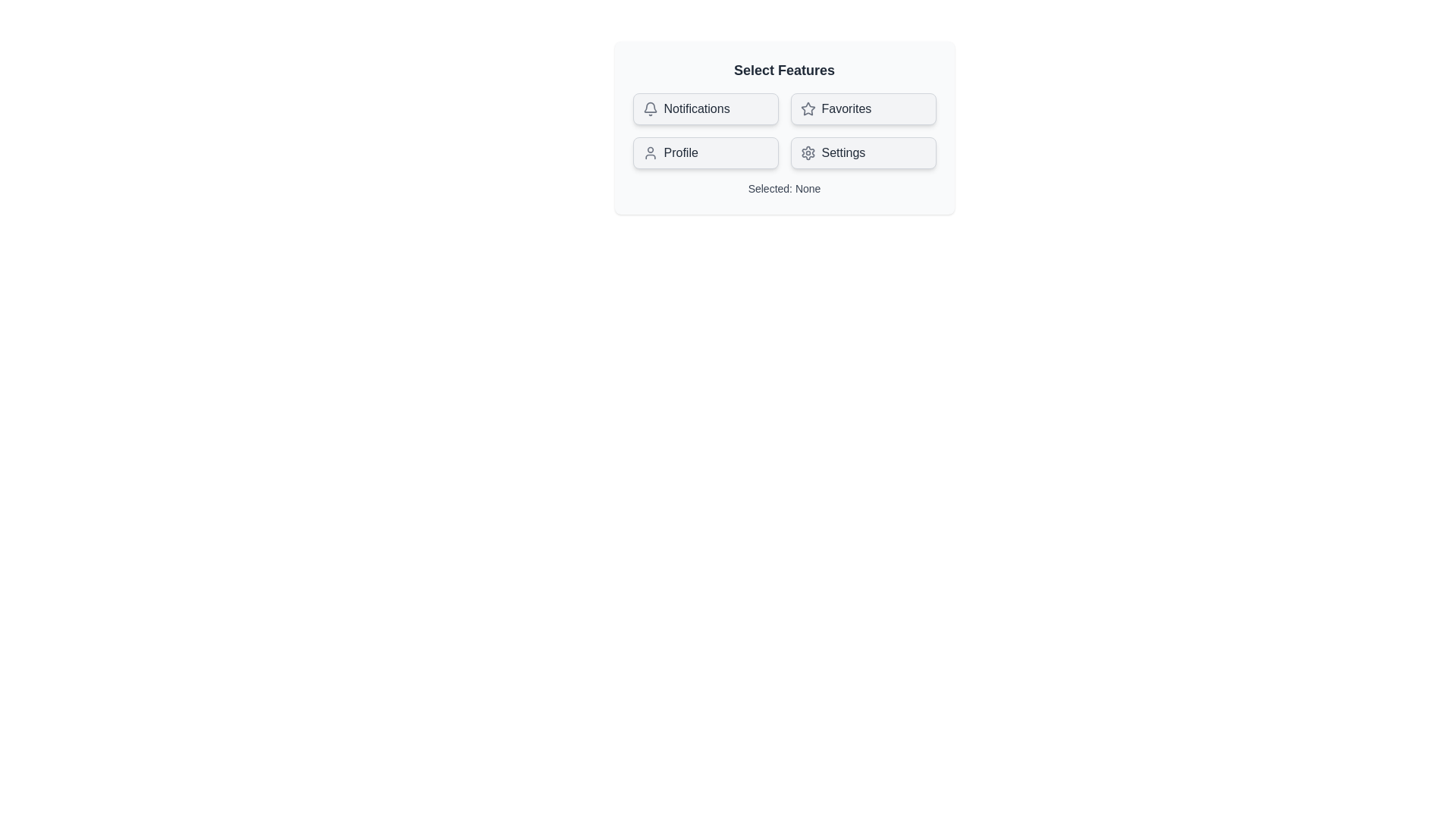 This screenshot has height=819, width=1456. What do you see at coordinates (704, 108) in the screenshot?
I see `the 'Notifications' chip to toggle its state` at bounding box center [704, 108].